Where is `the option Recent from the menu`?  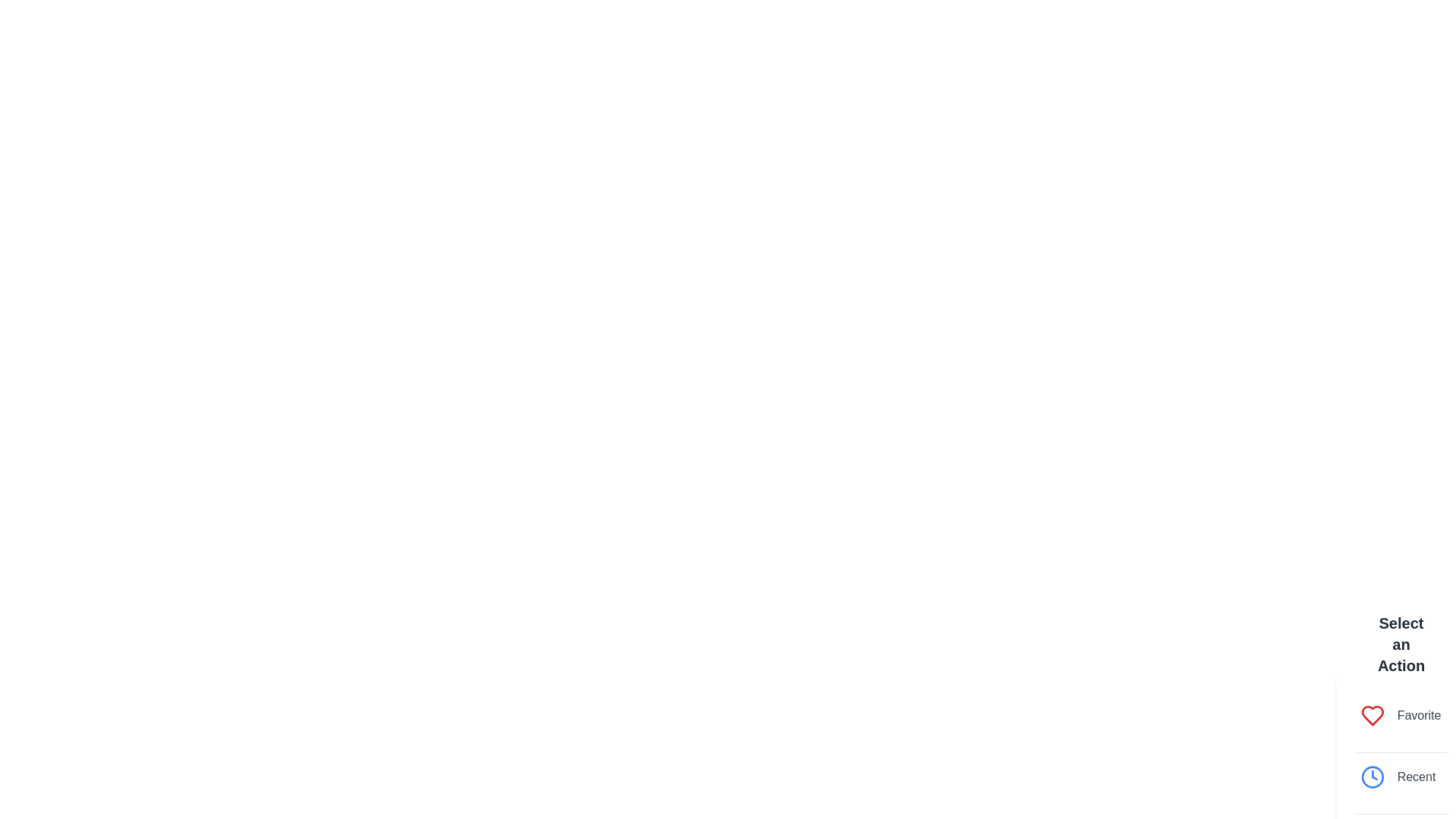
the option Recent from the menu is located at coordinates (1401, 777).